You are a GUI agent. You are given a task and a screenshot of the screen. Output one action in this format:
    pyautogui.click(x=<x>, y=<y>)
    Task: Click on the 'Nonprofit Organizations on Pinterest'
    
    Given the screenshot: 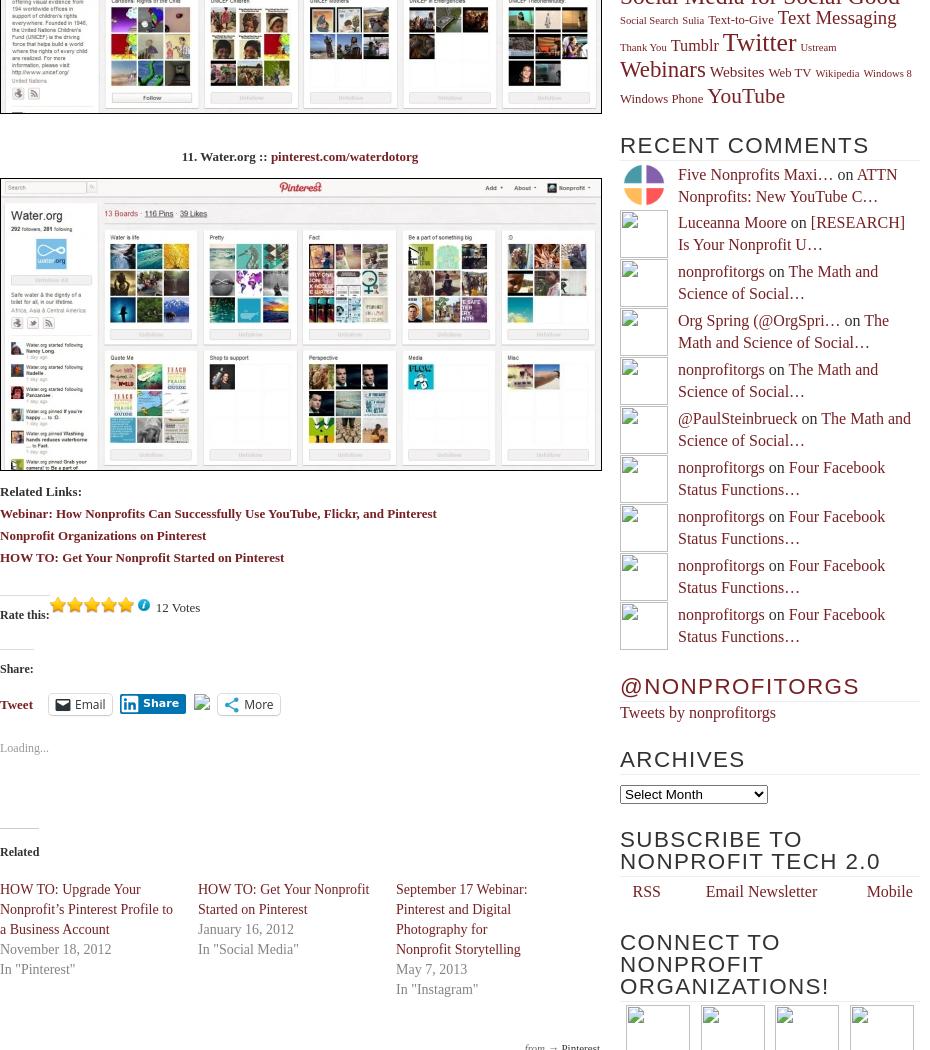 What is the action you would take?
    pyautogui.click(x=103, y=534)
    